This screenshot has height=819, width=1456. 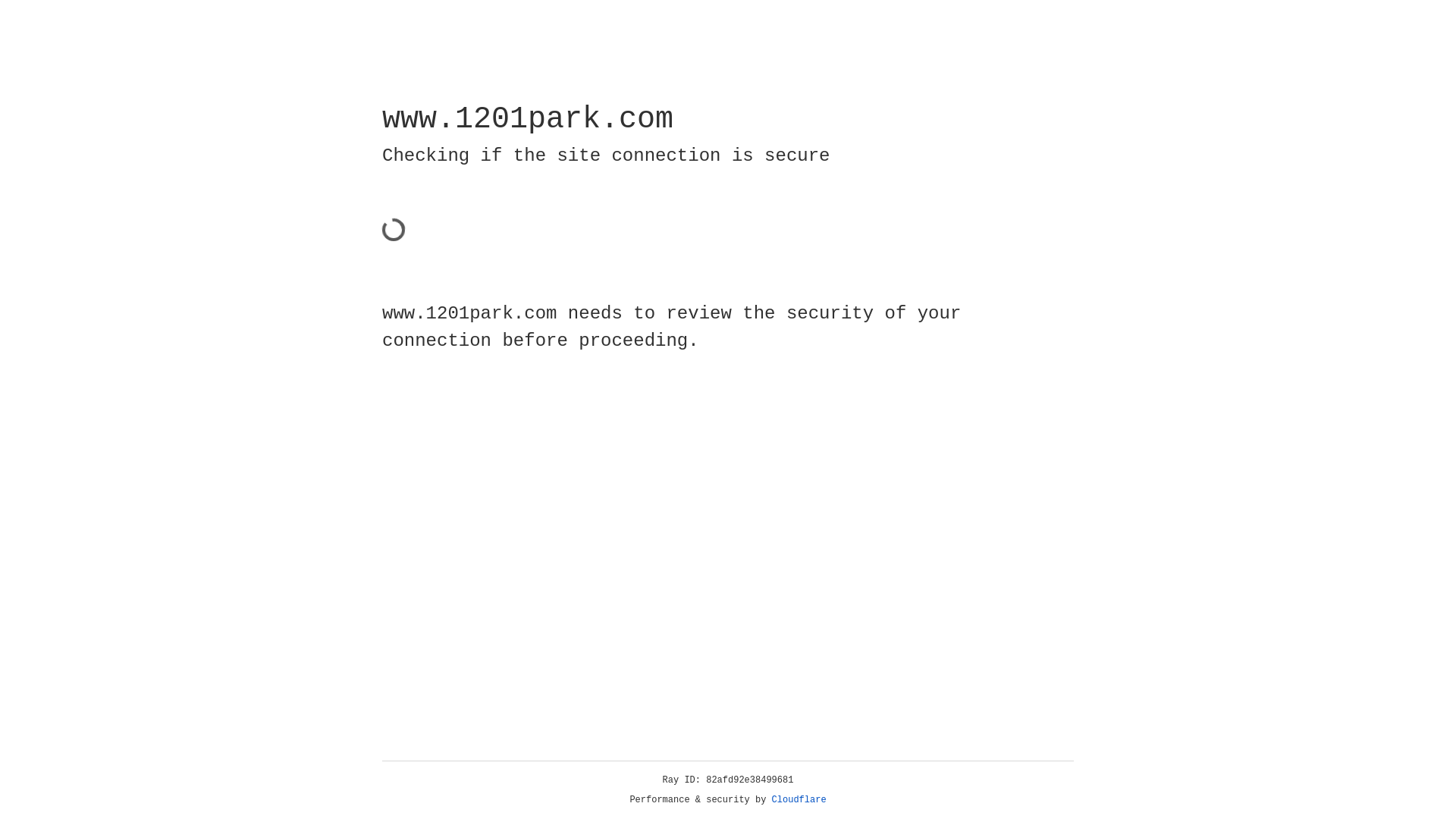 I want to click on 'Cloudflare', so click(x=771, y=799).